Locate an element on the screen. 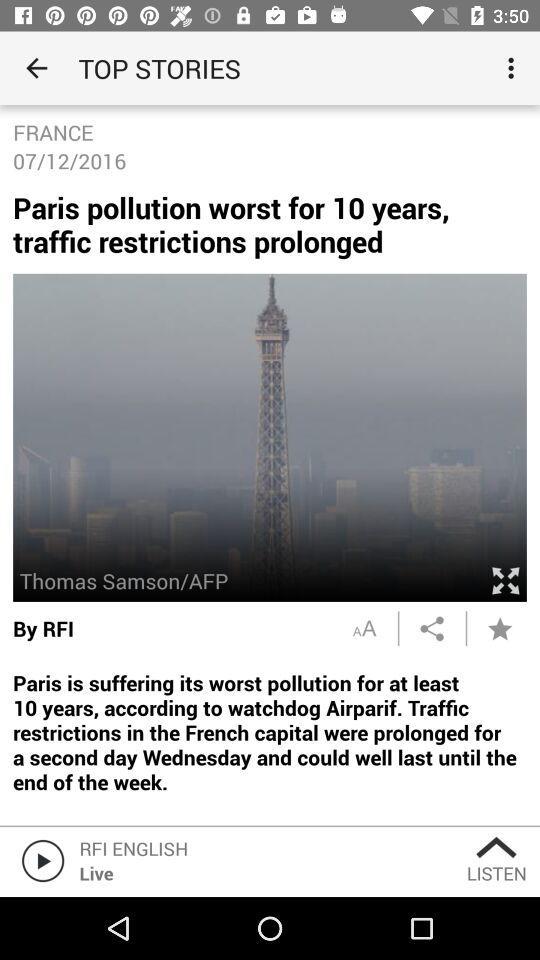 The width and height of the screenshot is (540, 960). the fullscreen icon is located at coordinates (504, 580).